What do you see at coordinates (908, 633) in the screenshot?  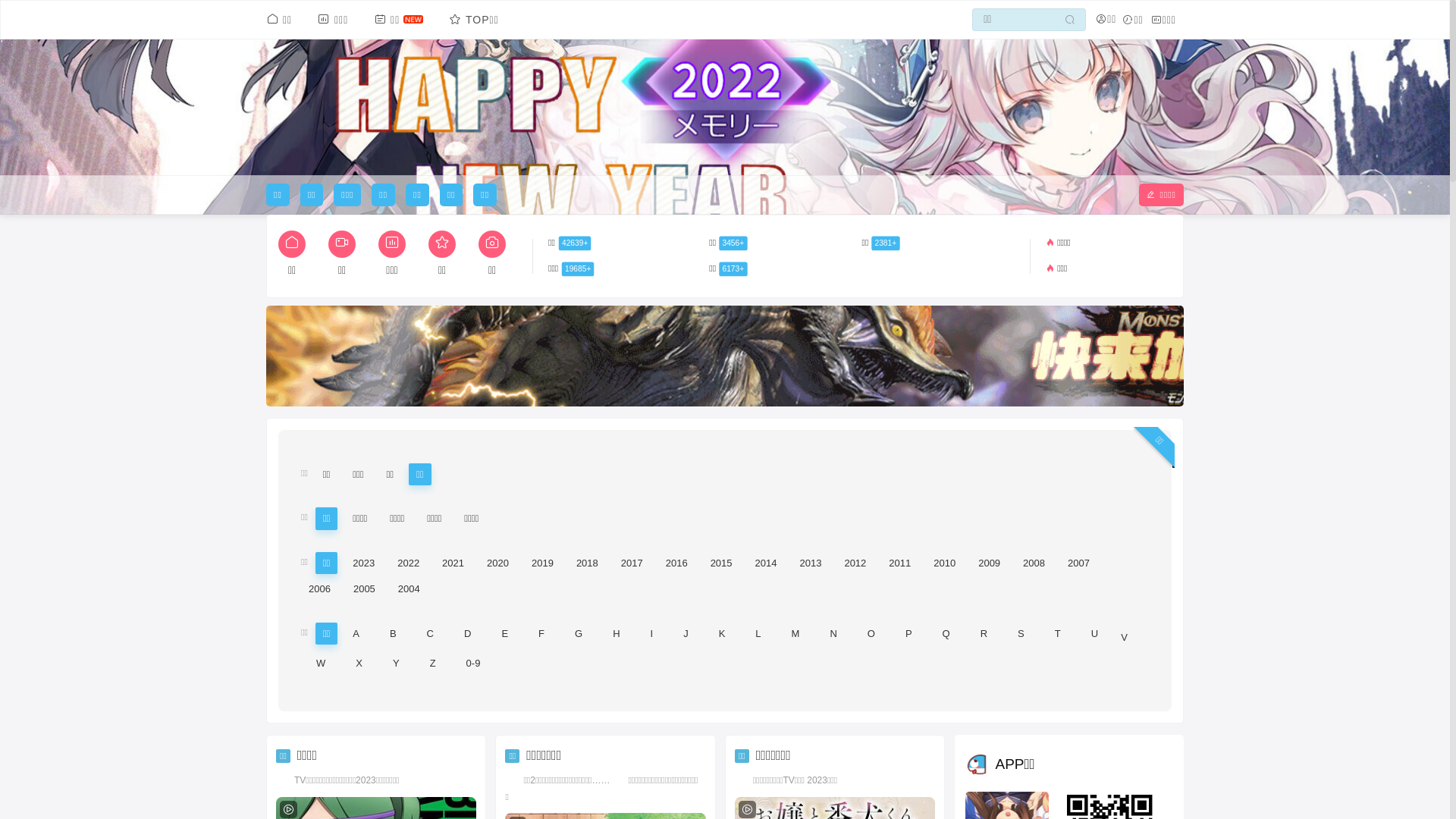 I see `'P'` at bounding box center [908, 633].